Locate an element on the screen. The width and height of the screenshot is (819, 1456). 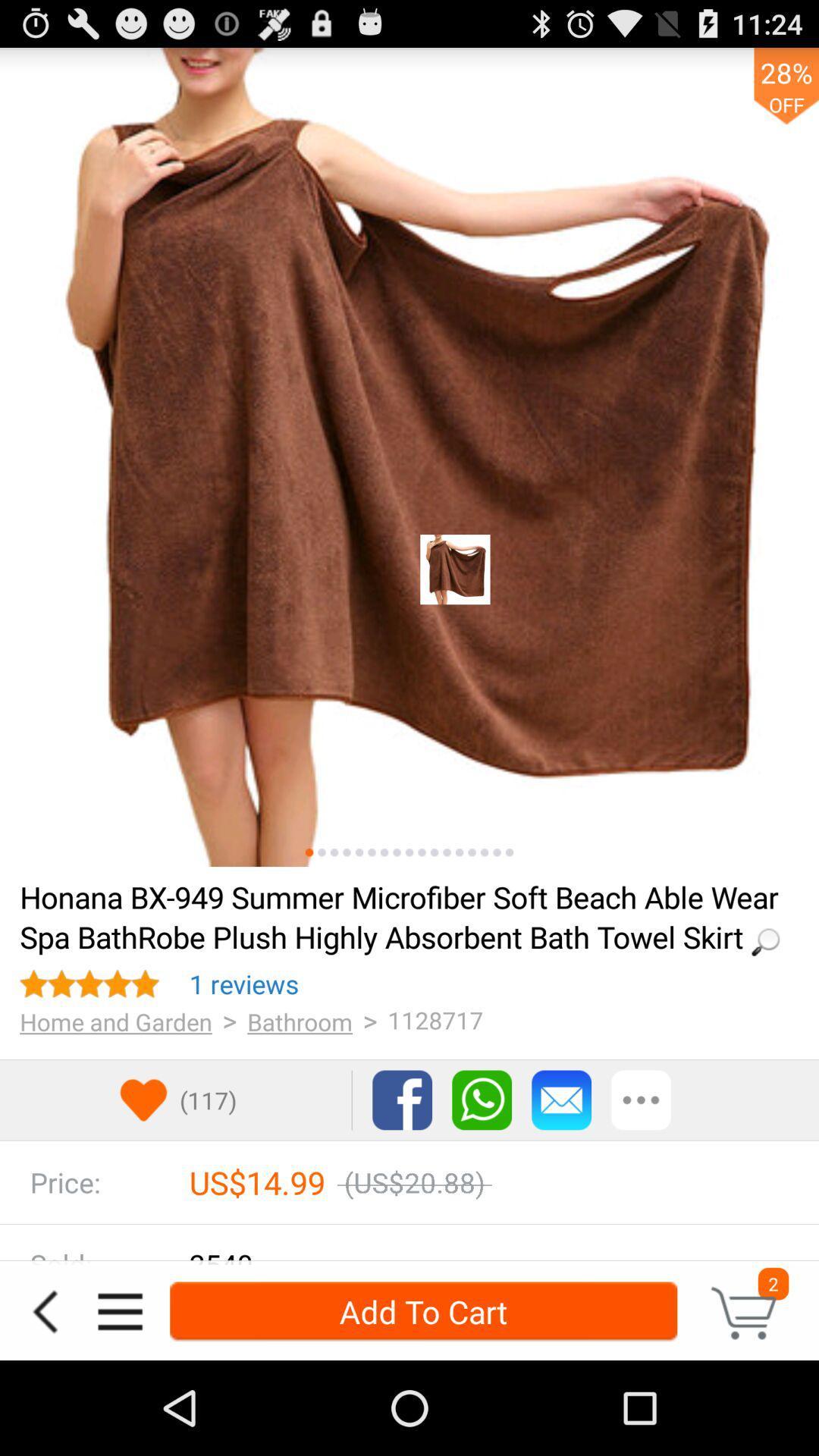
menu is located at coordinates (119, 1310).